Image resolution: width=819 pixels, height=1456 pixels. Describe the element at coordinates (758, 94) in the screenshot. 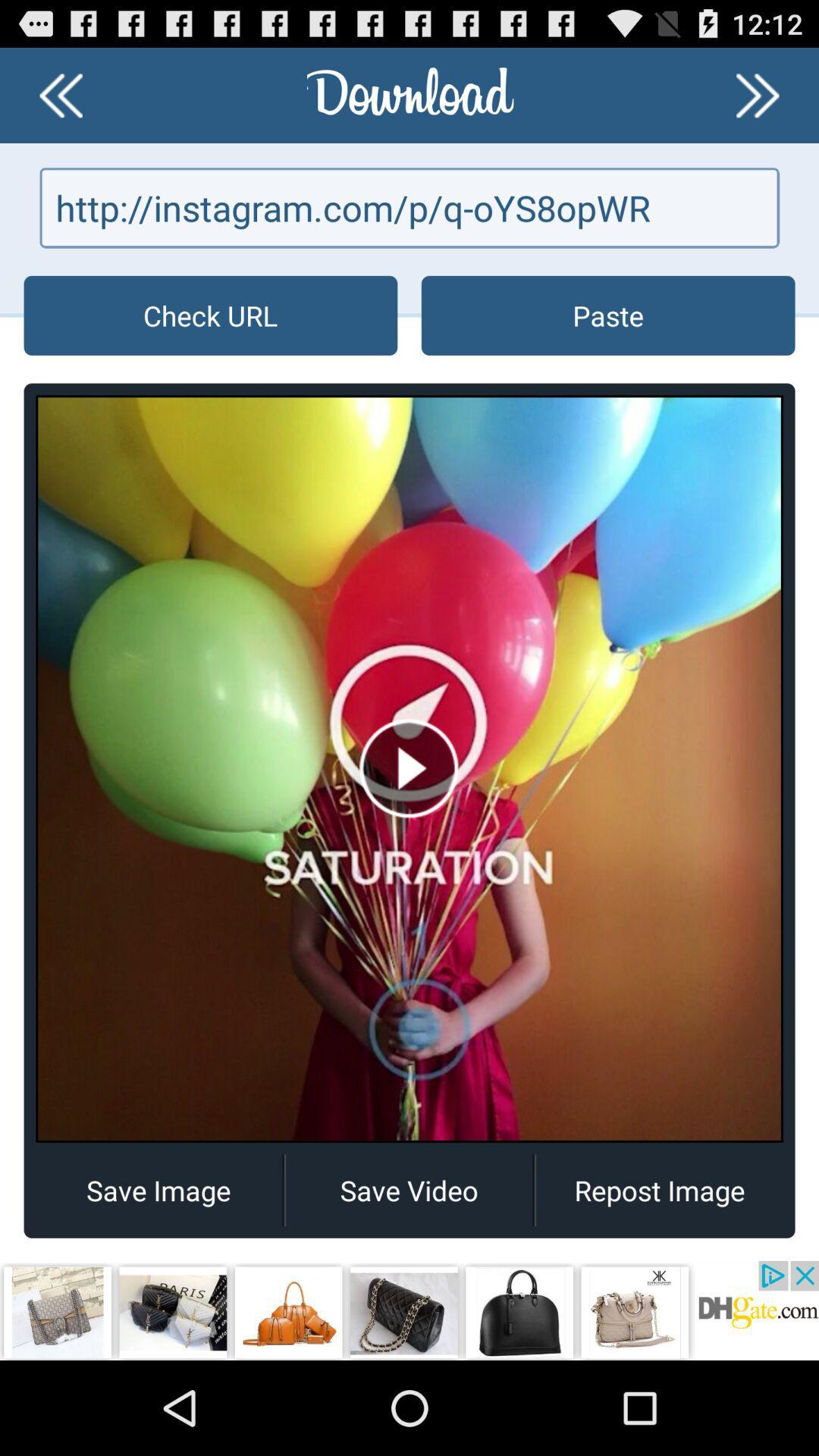

I see `a link to move forward` at that location.